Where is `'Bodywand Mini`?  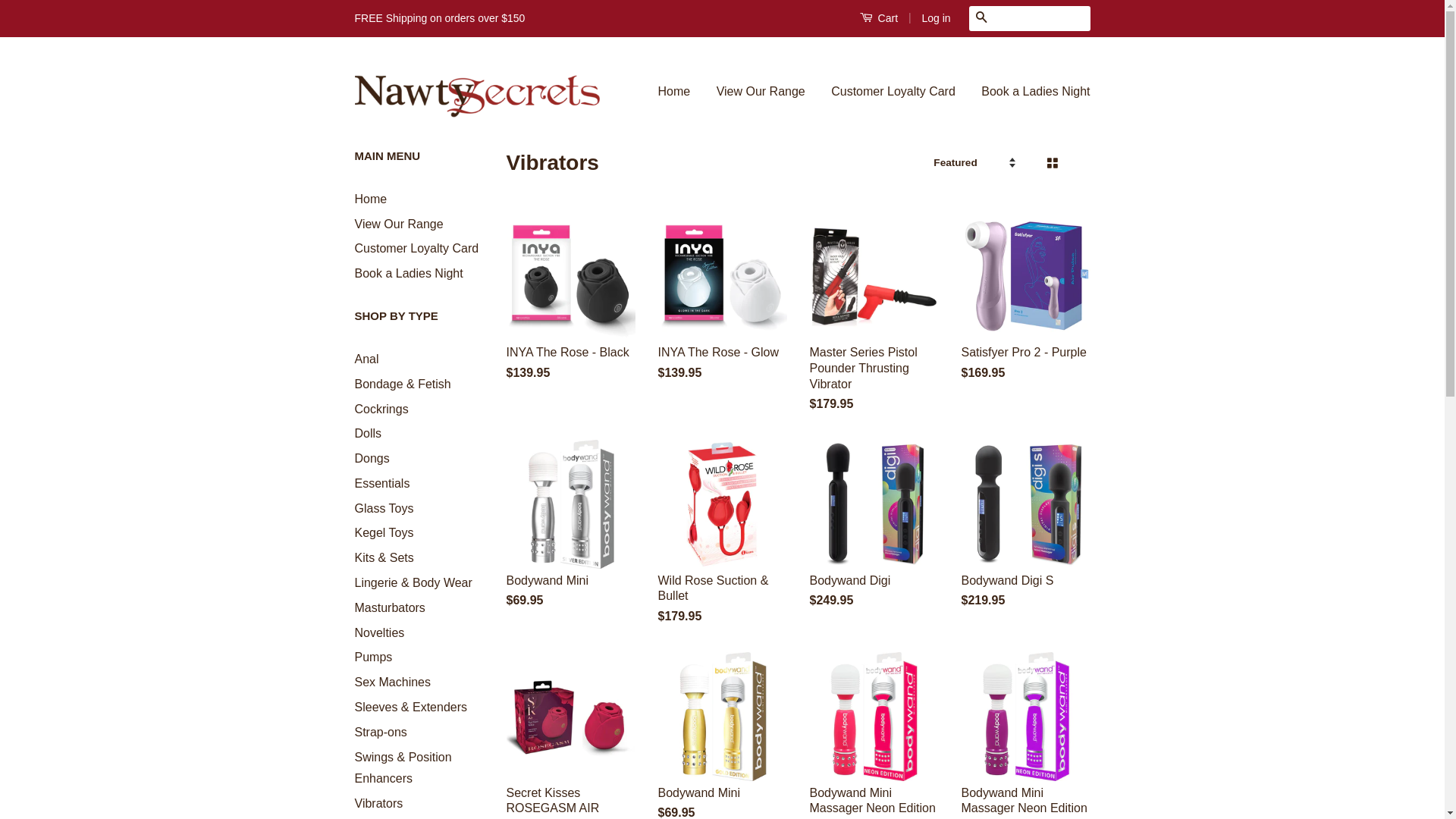 'Bodywand Mini is located at coordinates (506, 537).